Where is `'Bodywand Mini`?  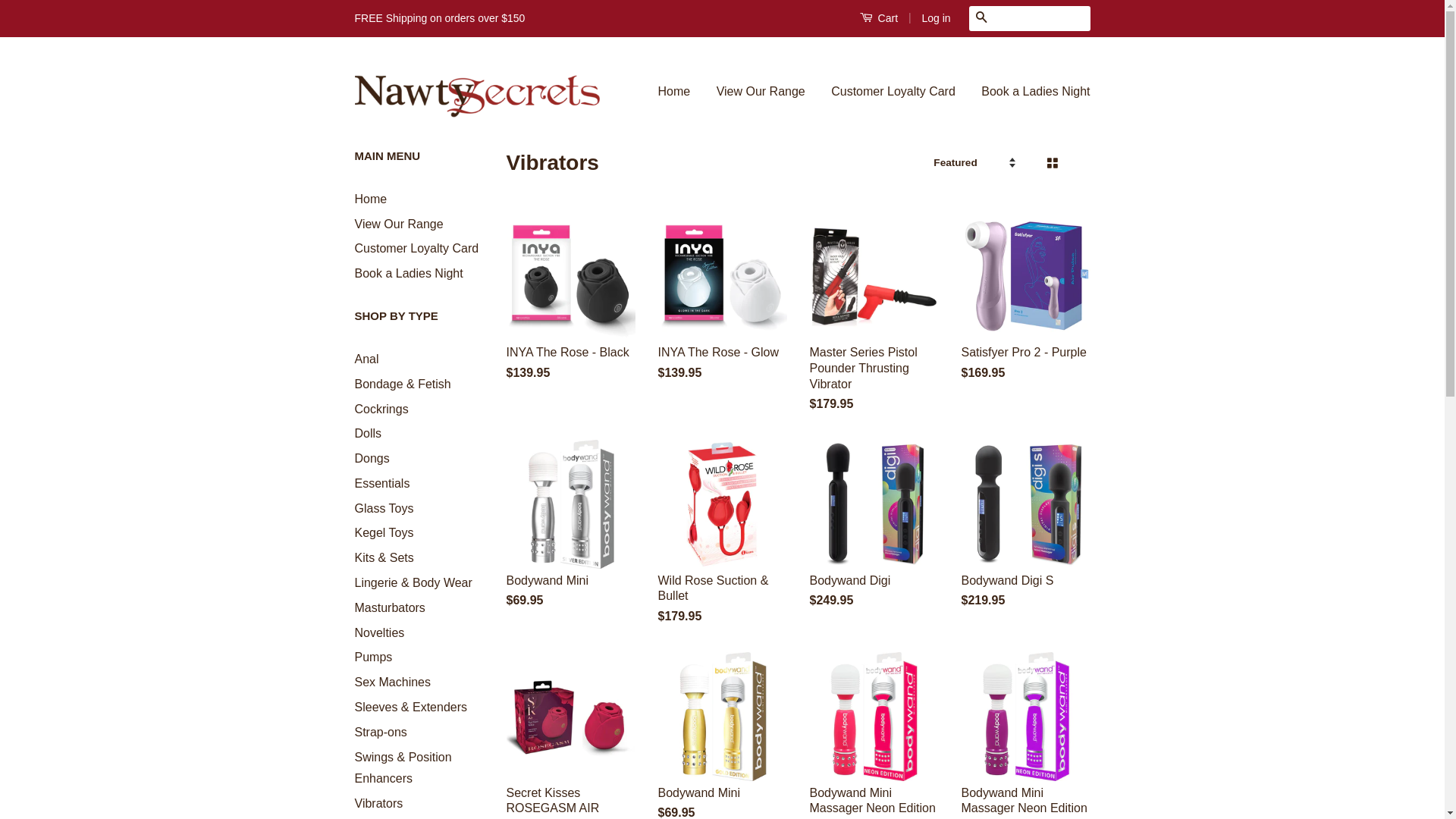 'Bodywand Mini is located at coordinates (506, 537).